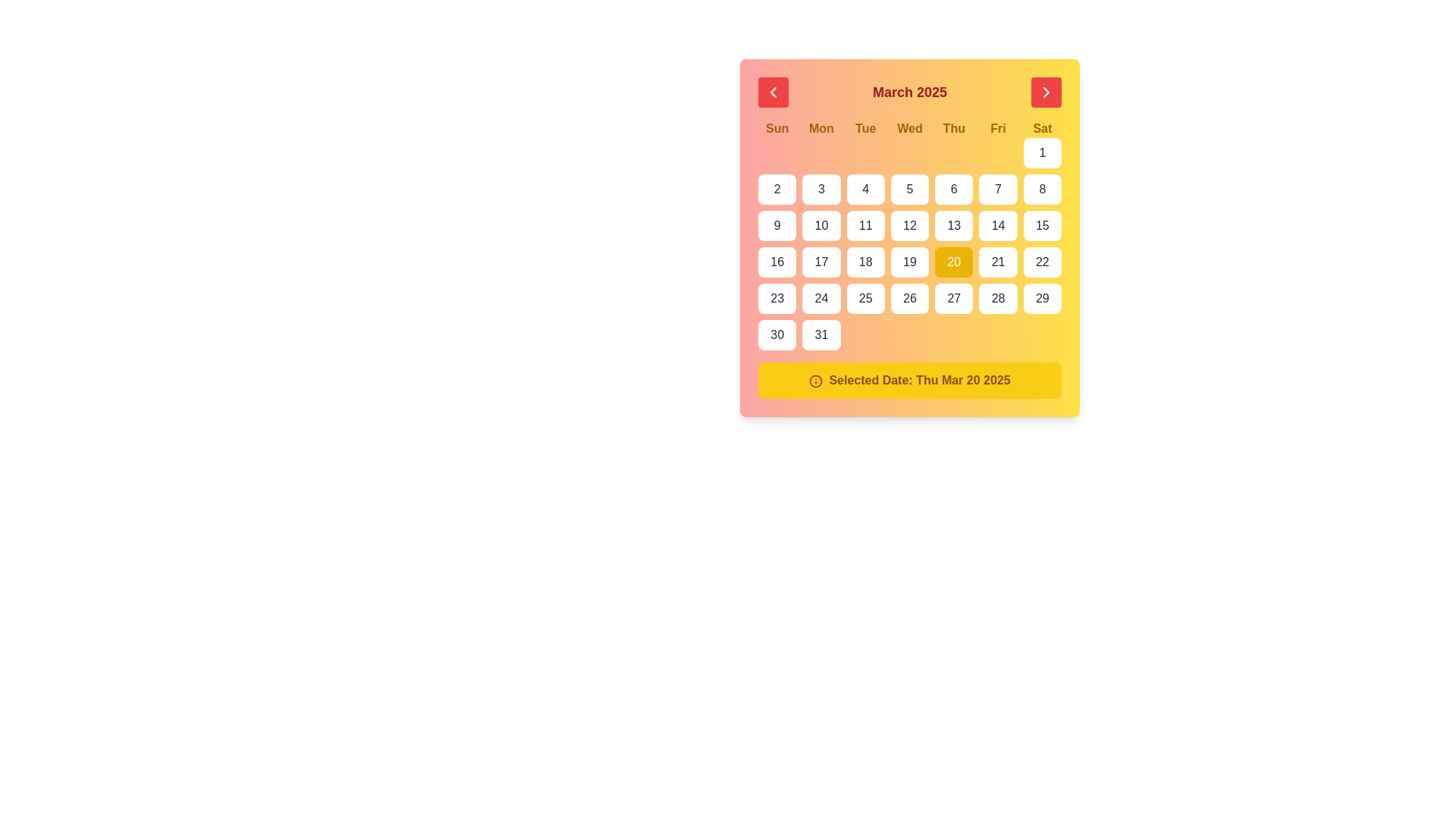  I want to click on the button that signifies the 29th day in the calendar, so click(1041, 298).